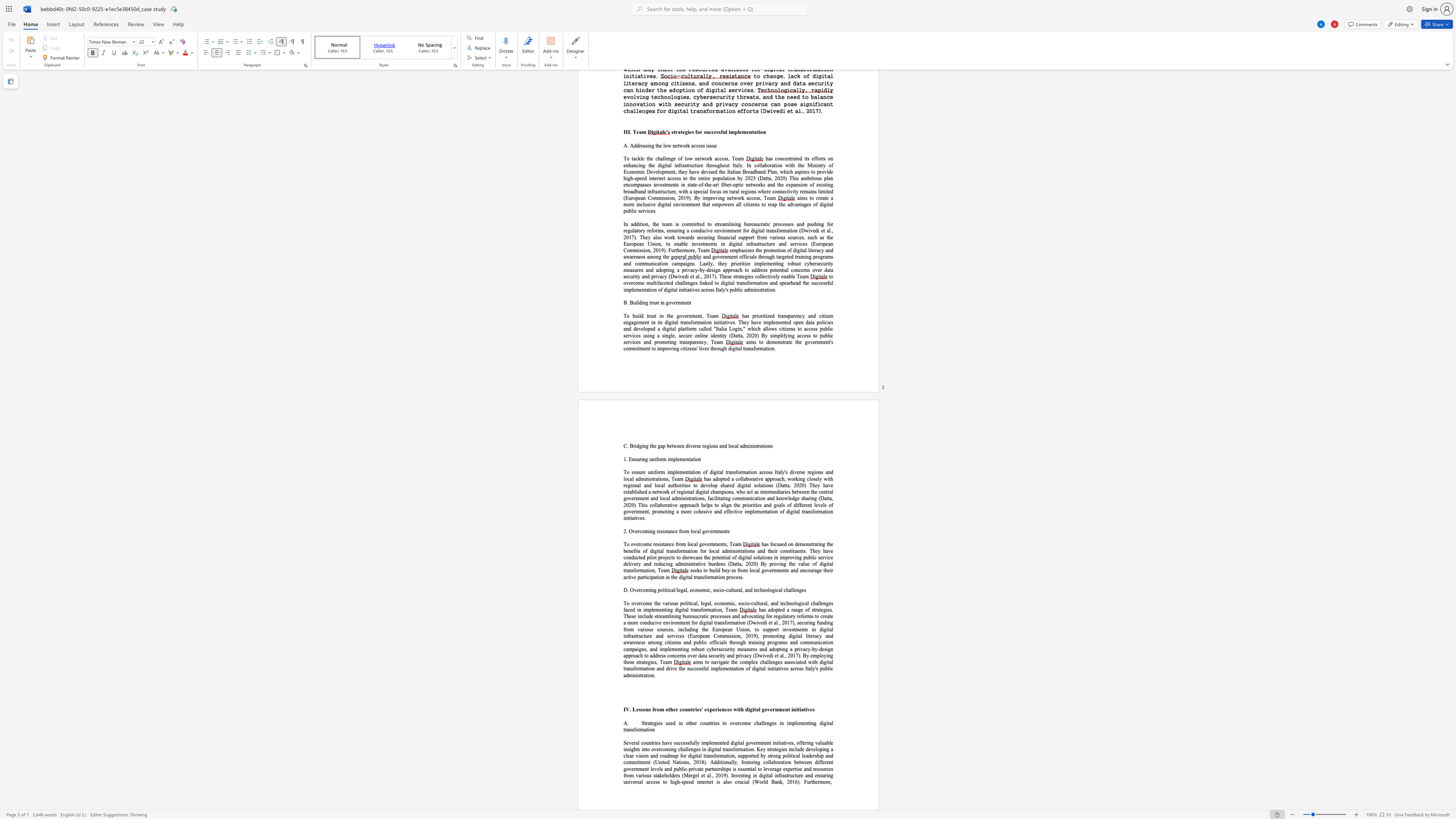 Image resolution: width=1456 pixels, height=819 pixels. I want to click on the subset text "orm imp" within the text "To ensure uniform implementation of digital transformation across Italy", so click(656, 472).